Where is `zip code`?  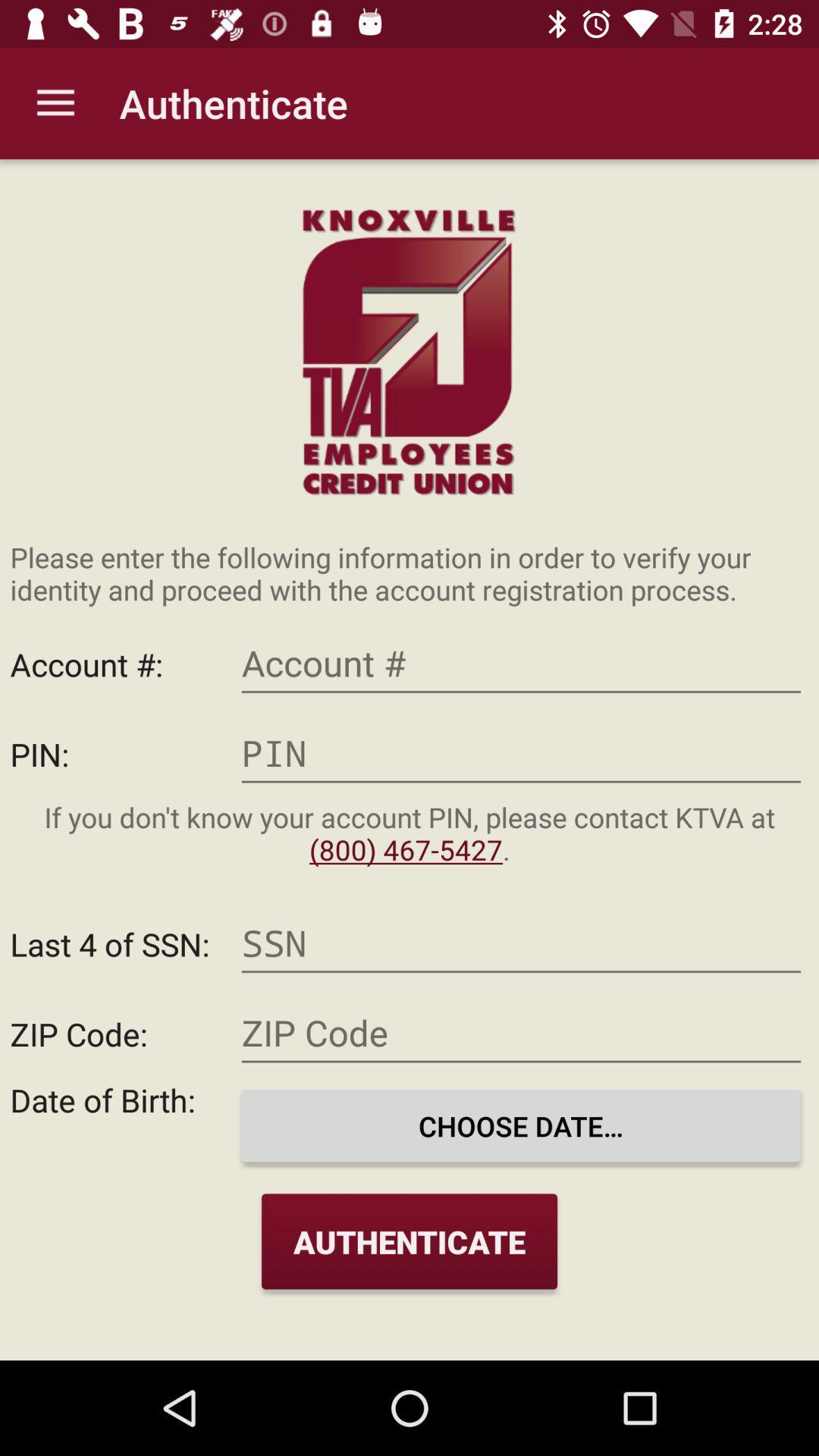 zip code is located at coordinates (520, 1032).